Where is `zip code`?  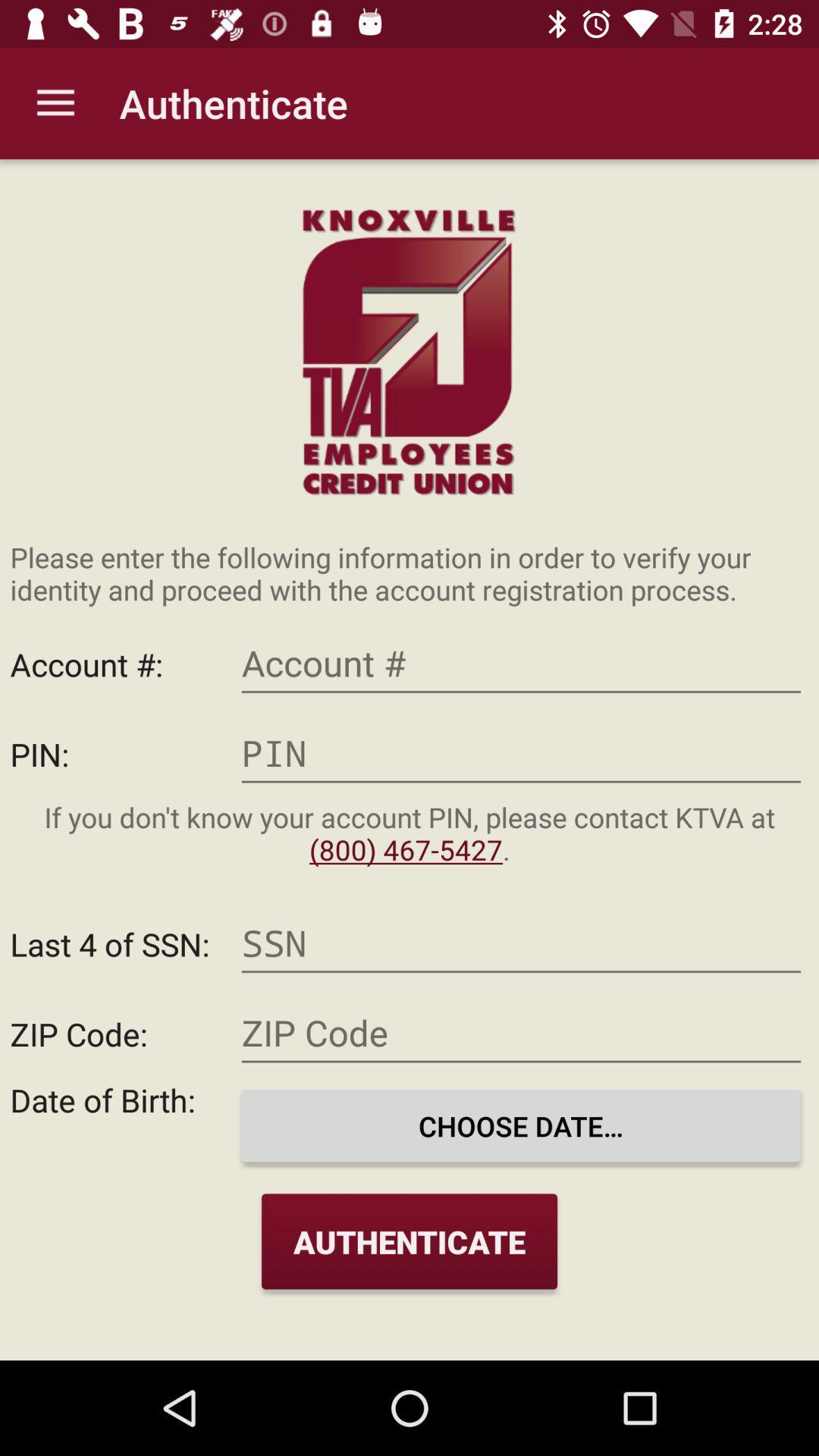 zip code is located at coordinates (520, 1032).